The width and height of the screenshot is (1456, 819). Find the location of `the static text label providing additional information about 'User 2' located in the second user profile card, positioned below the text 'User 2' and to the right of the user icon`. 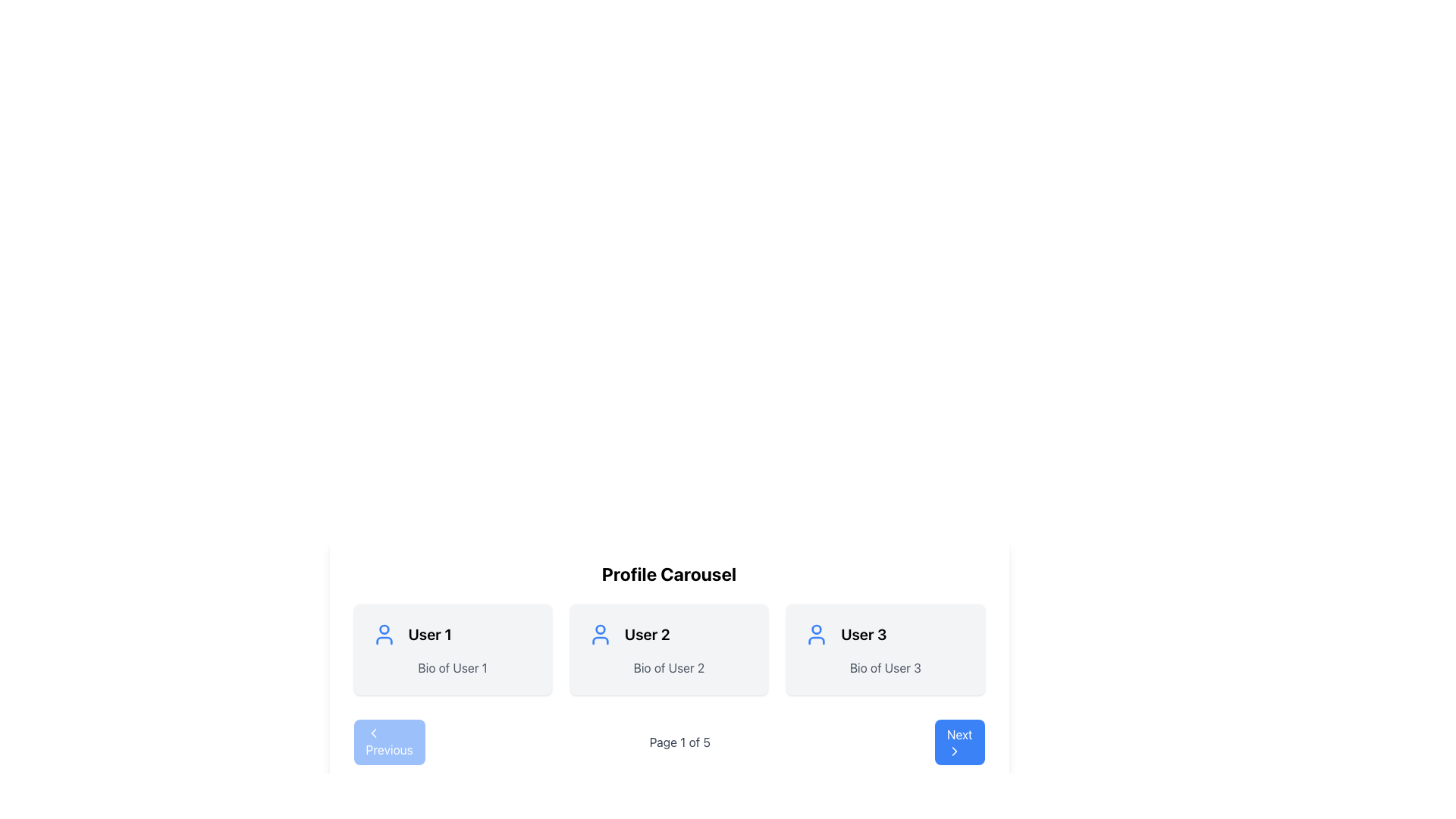

the static text label providing additional information about 'User 2' located in the second user profile card, positioned below the text 'User 2' and to the right of the user icon is located at coordinates (668, 667).